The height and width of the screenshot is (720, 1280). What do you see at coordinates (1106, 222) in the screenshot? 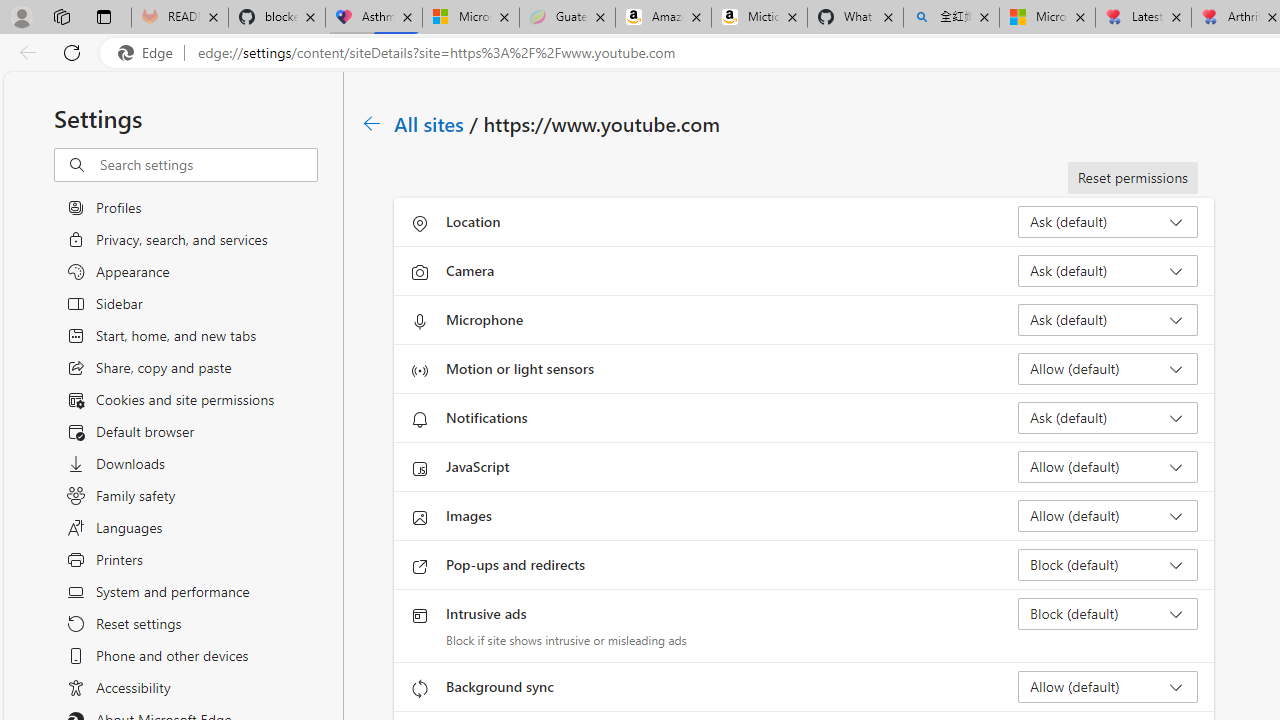
I see `'Location Ask (default)'` at bounding box center [1106, 222].